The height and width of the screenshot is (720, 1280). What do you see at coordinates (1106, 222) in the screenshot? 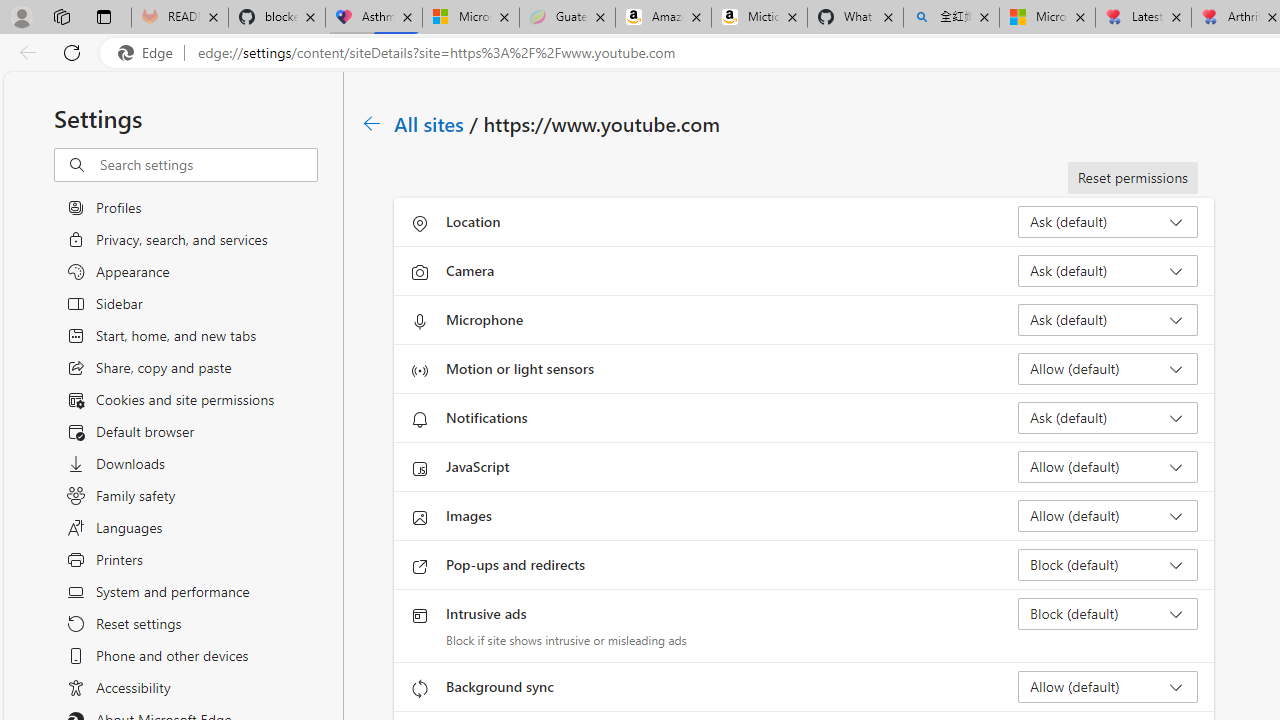
I see `'Location Ask (default)'` at bounding box center [1106, 222].